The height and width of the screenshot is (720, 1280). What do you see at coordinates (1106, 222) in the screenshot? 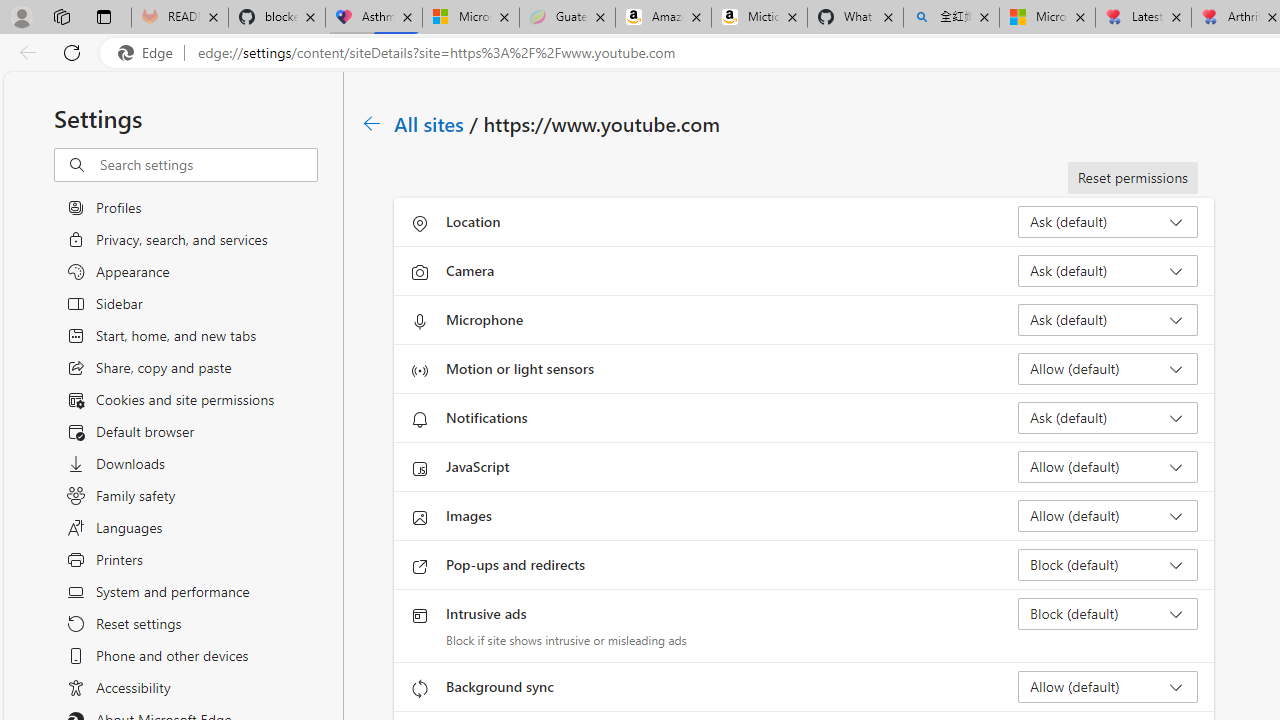
I see `'Location Ask (default)'` at bounding box center [1106, 222].